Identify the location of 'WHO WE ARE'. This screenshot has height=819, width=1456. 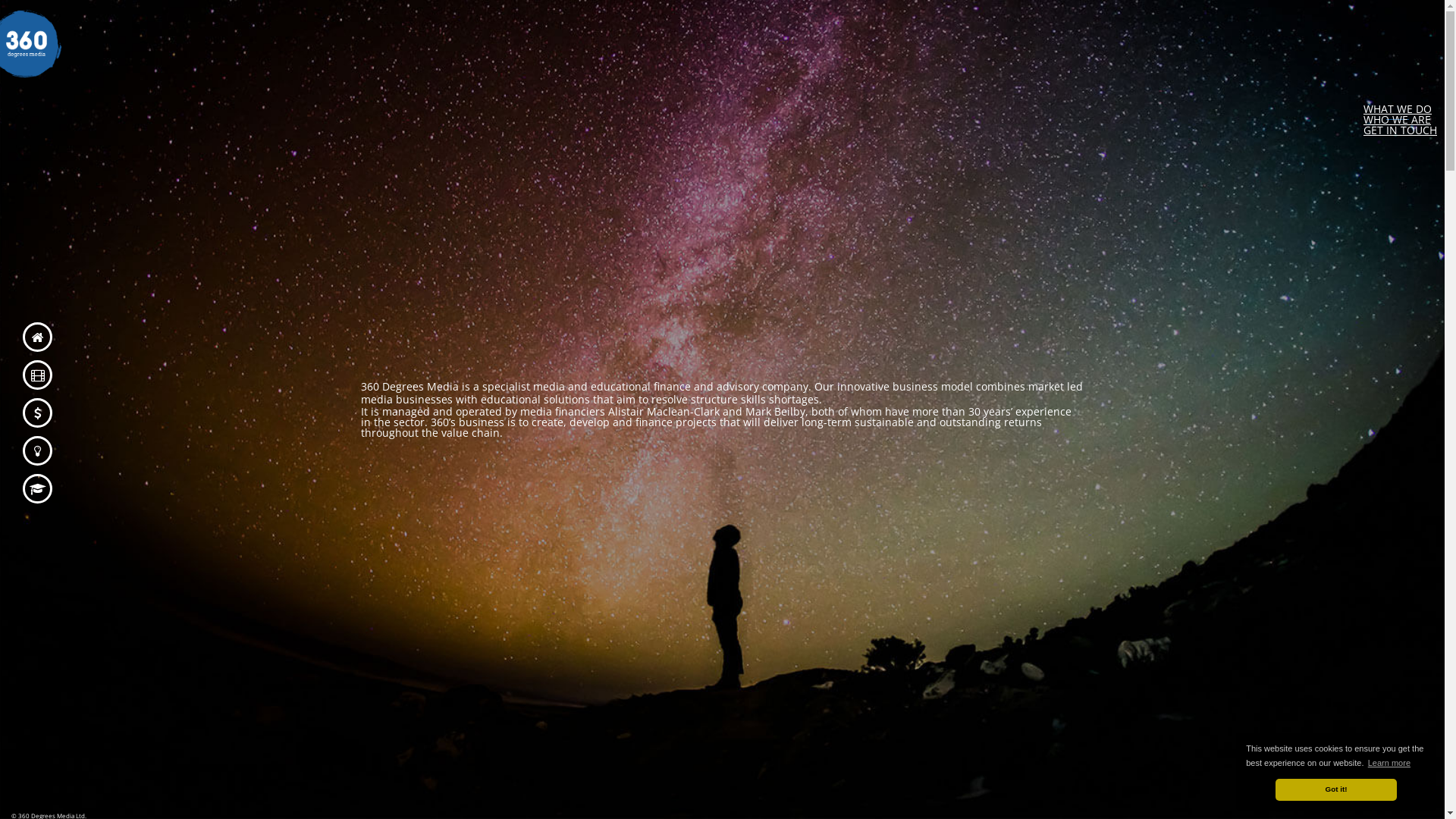
(1396, 118).